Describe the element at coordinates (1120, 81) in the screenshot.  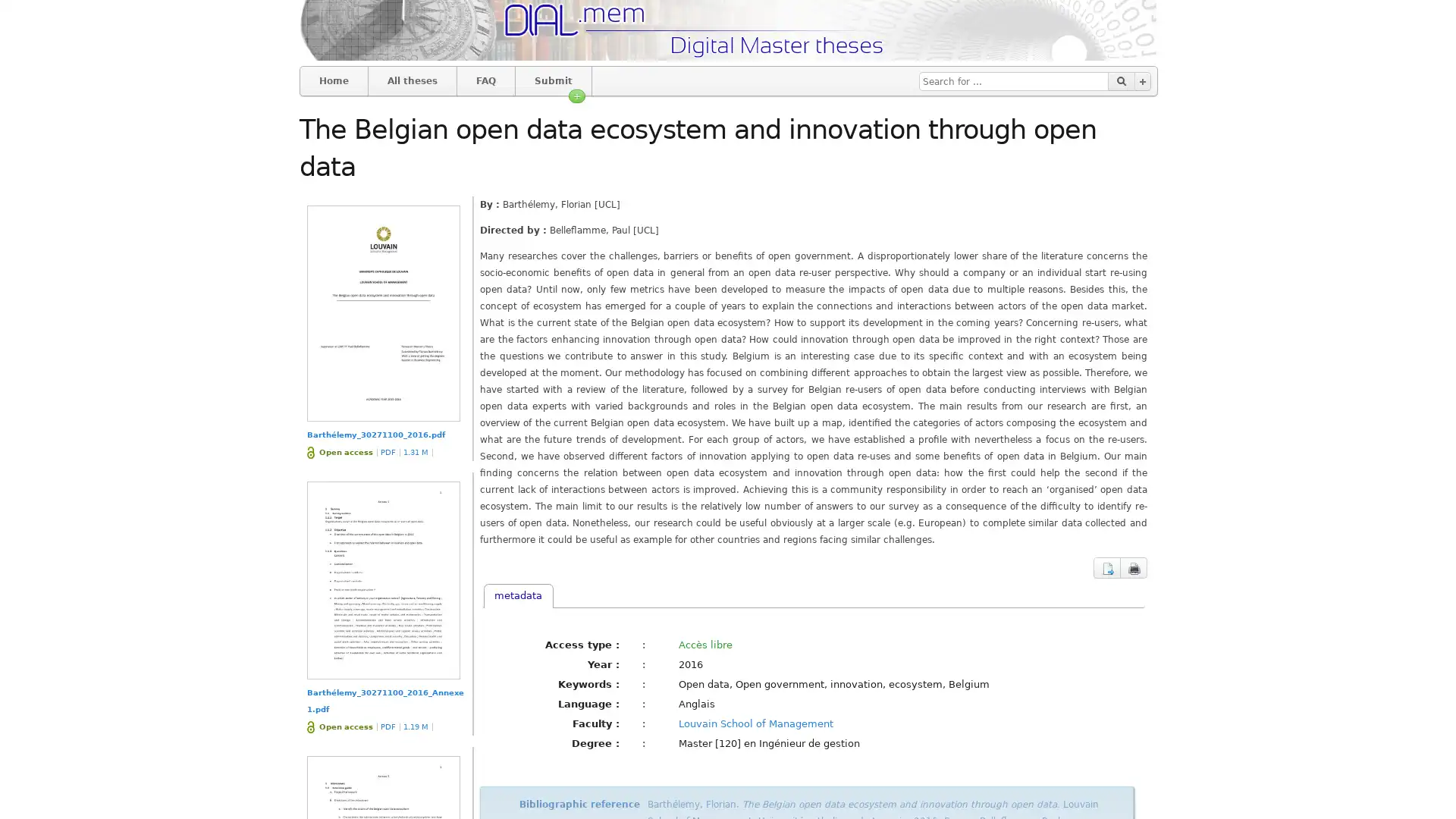
I see `Go` at that location.